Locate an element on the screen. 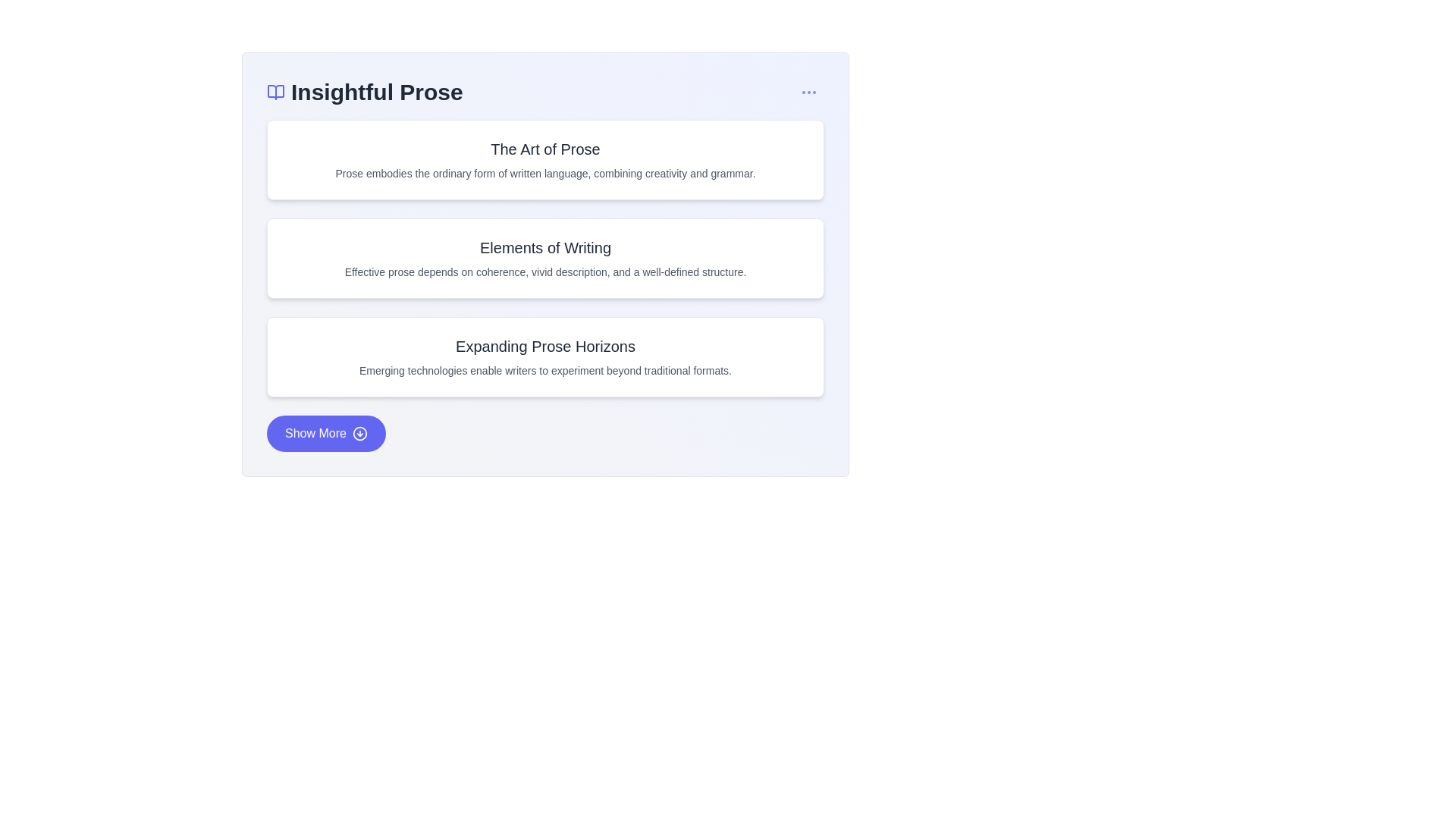 This screenshot has width=1456, height=819. the informational card that summarizes a topic, positioned as the third card in a vertical stack, located between 'Elements of Writing' and the 'Show More' button, to trigger additional visual effects is located at coordinates (545, 356).